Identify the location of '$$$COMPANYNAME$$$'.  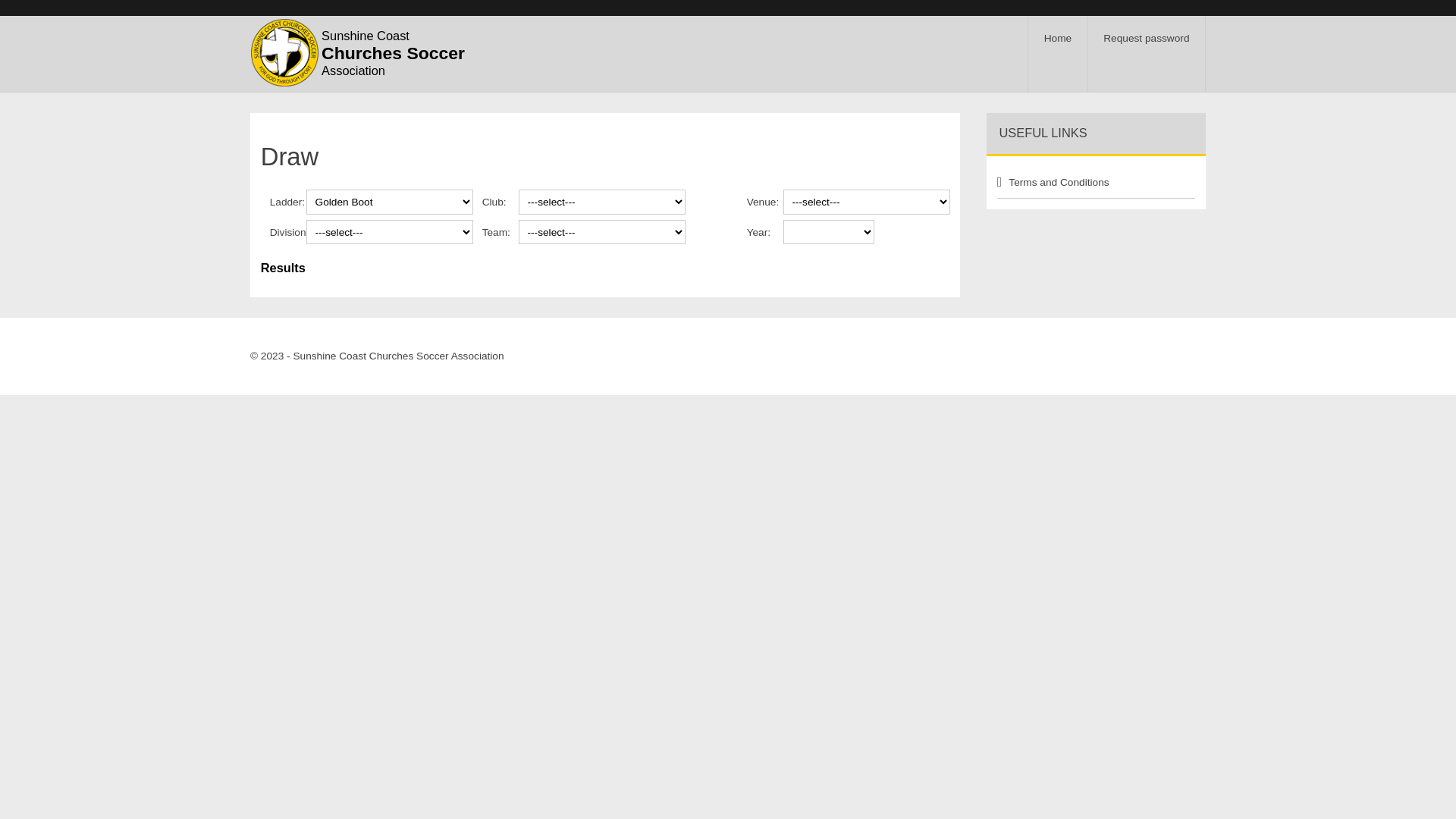
(284, 52).